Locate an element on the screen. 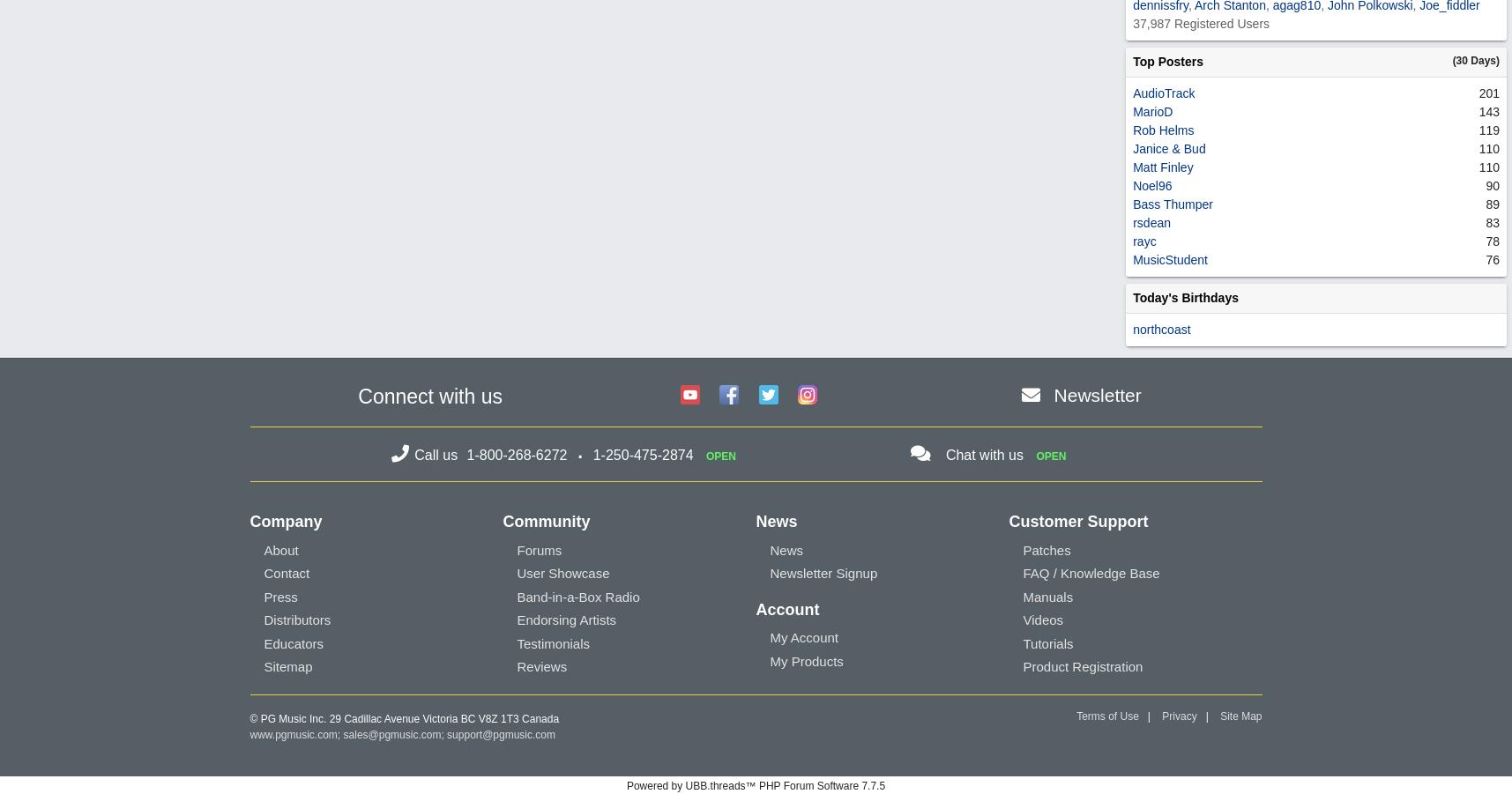 The width and height of the screenshot is (1512, 794). '201' is located at coordinates (1488, 92).